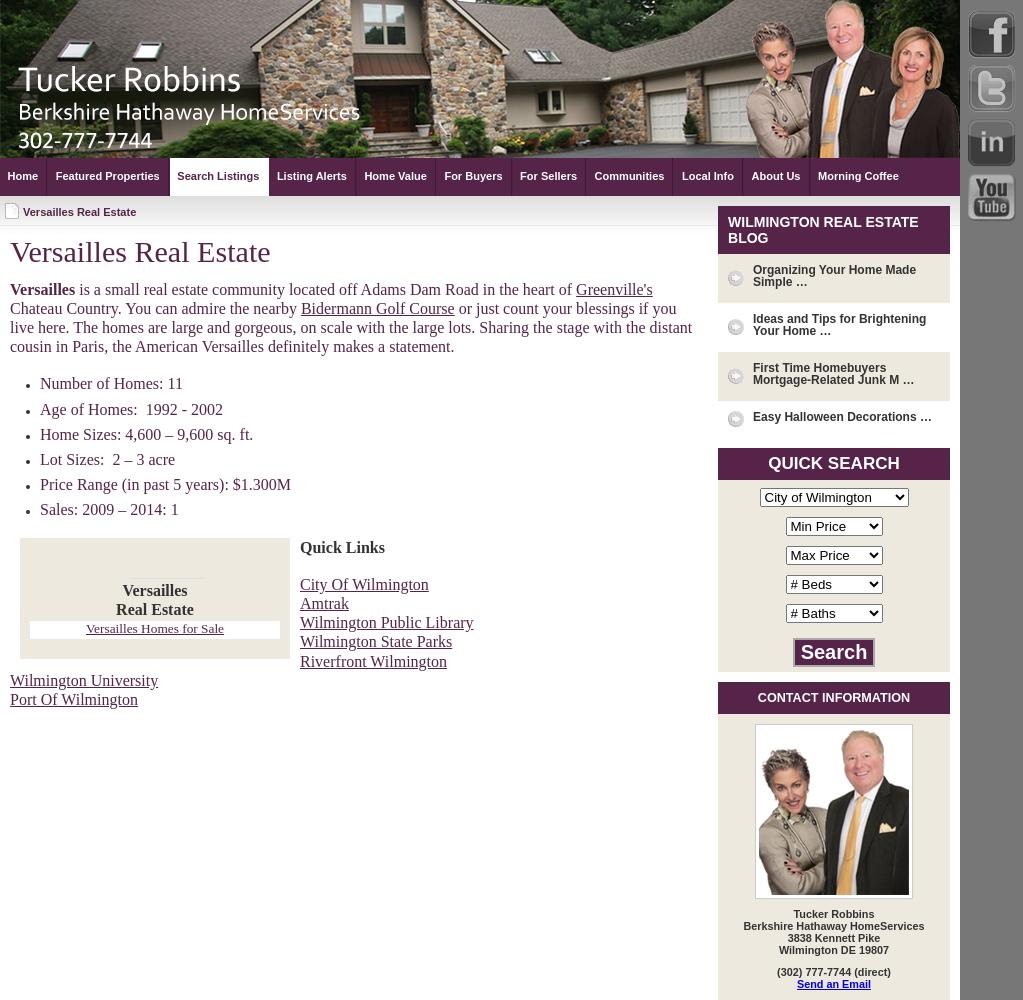 The image size is (1023, 1000). What do you see at coordinates (83, 679) in the screenshot?
I see `'Wilmington University'` at bounding box center [83, 679].